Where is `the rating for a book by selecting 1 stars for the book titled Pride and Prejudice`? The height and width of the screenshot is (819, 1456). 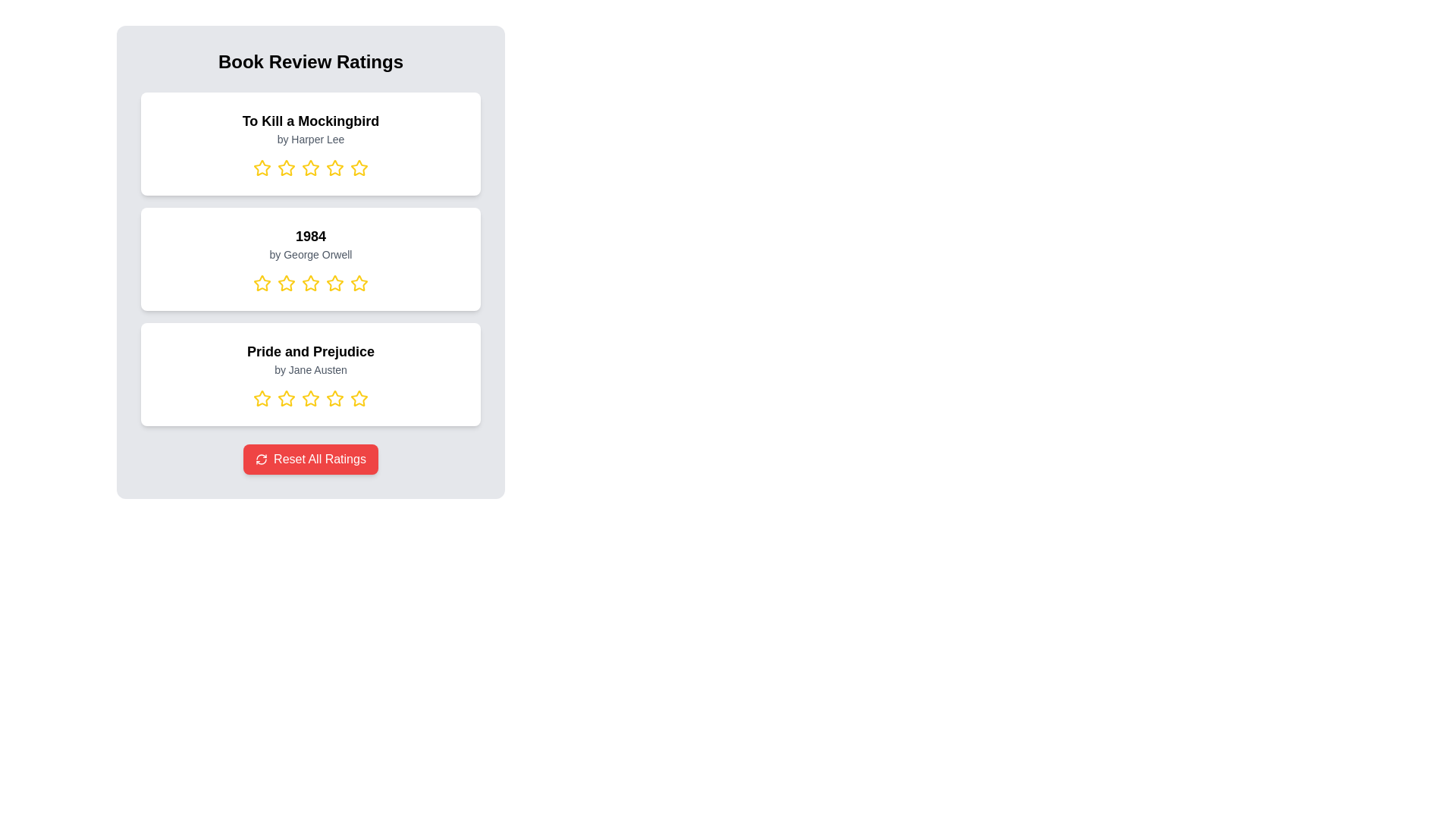
the rating for a book by selecting 1 stars for the book titled Pride and Prejudice is located at coordinates (262, 397).